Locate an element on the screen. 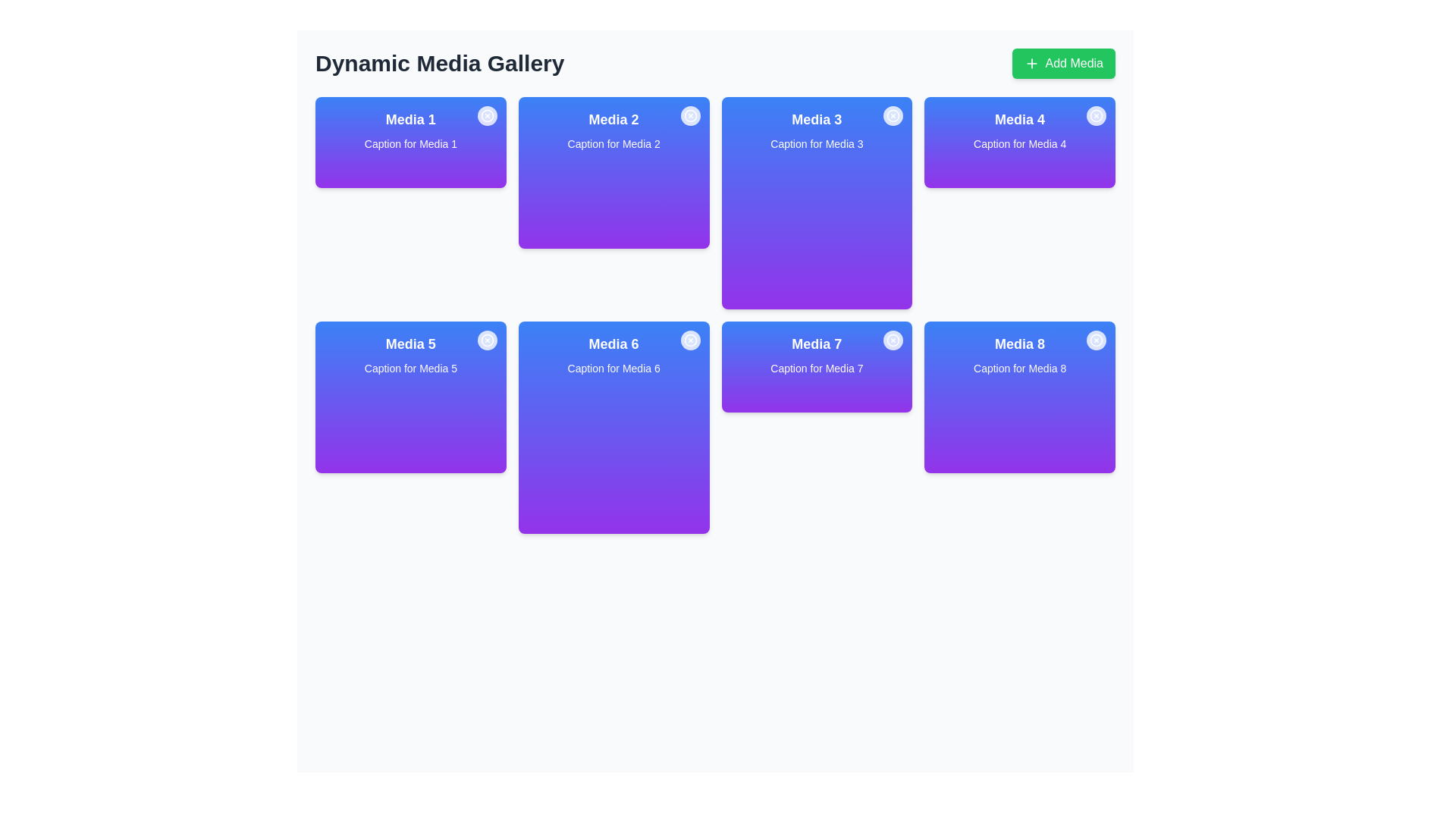 This screenshot has width=1456, height=819. text content of the descriptive Text label located in the 'Media 7' card, which is the seventh caption element below the main title is located at coordinates (816, 369).